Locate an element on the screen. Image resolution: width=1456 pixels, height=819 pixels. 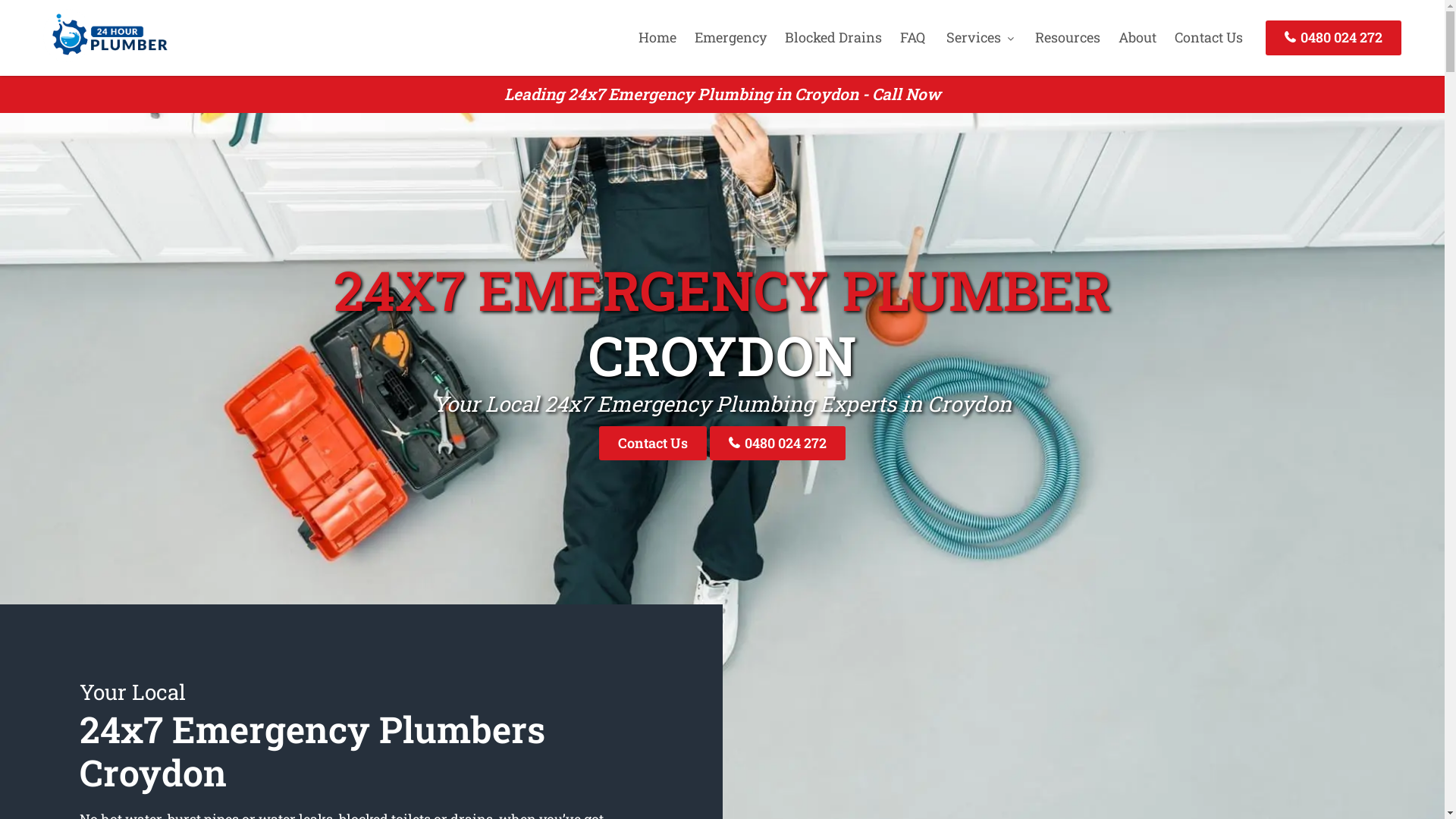
'24 Hour Plumber' is located at coordinates (105, 55).